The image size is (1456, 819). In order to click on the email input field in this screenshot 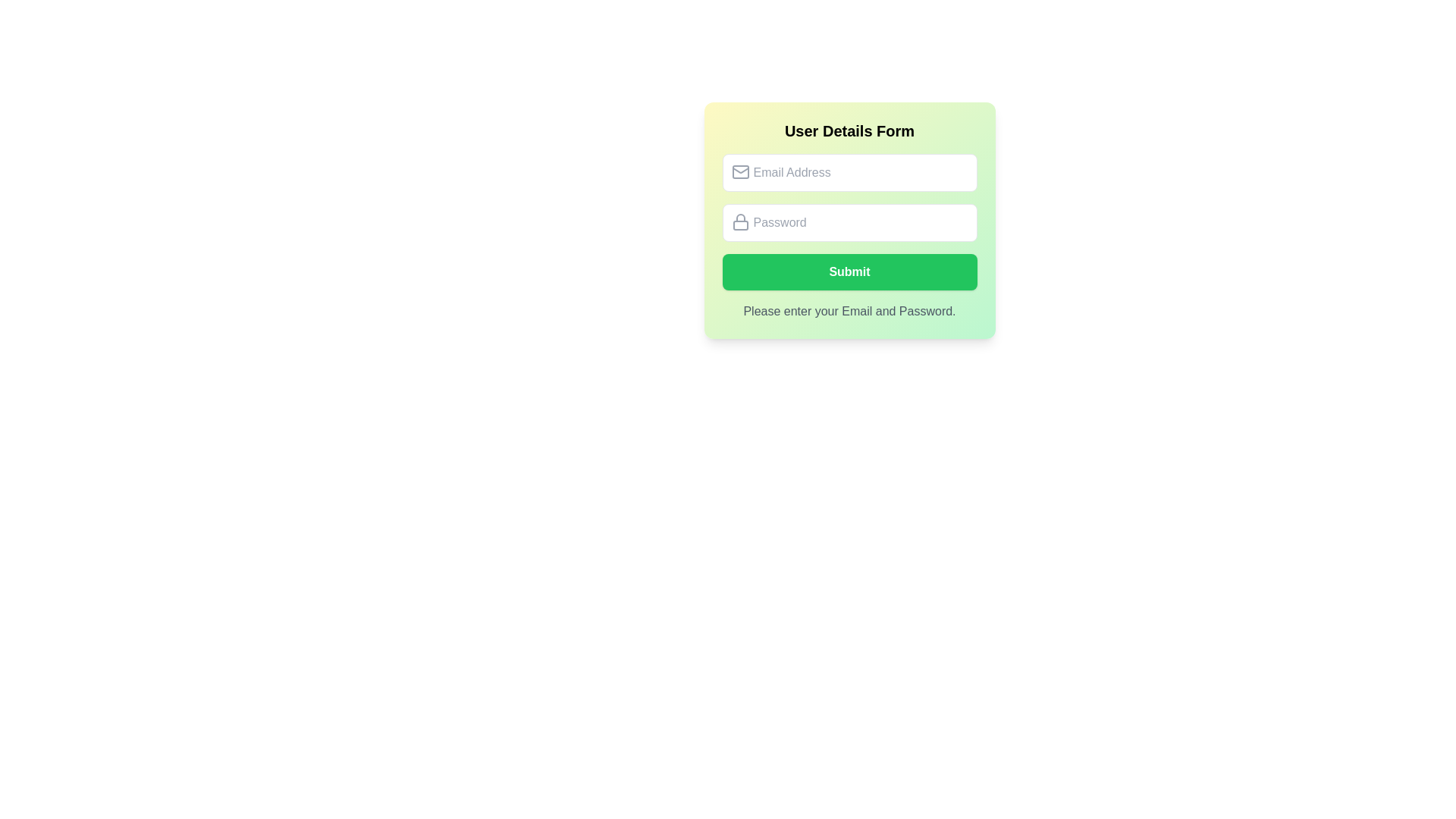, I will do `click(849, 171)`.